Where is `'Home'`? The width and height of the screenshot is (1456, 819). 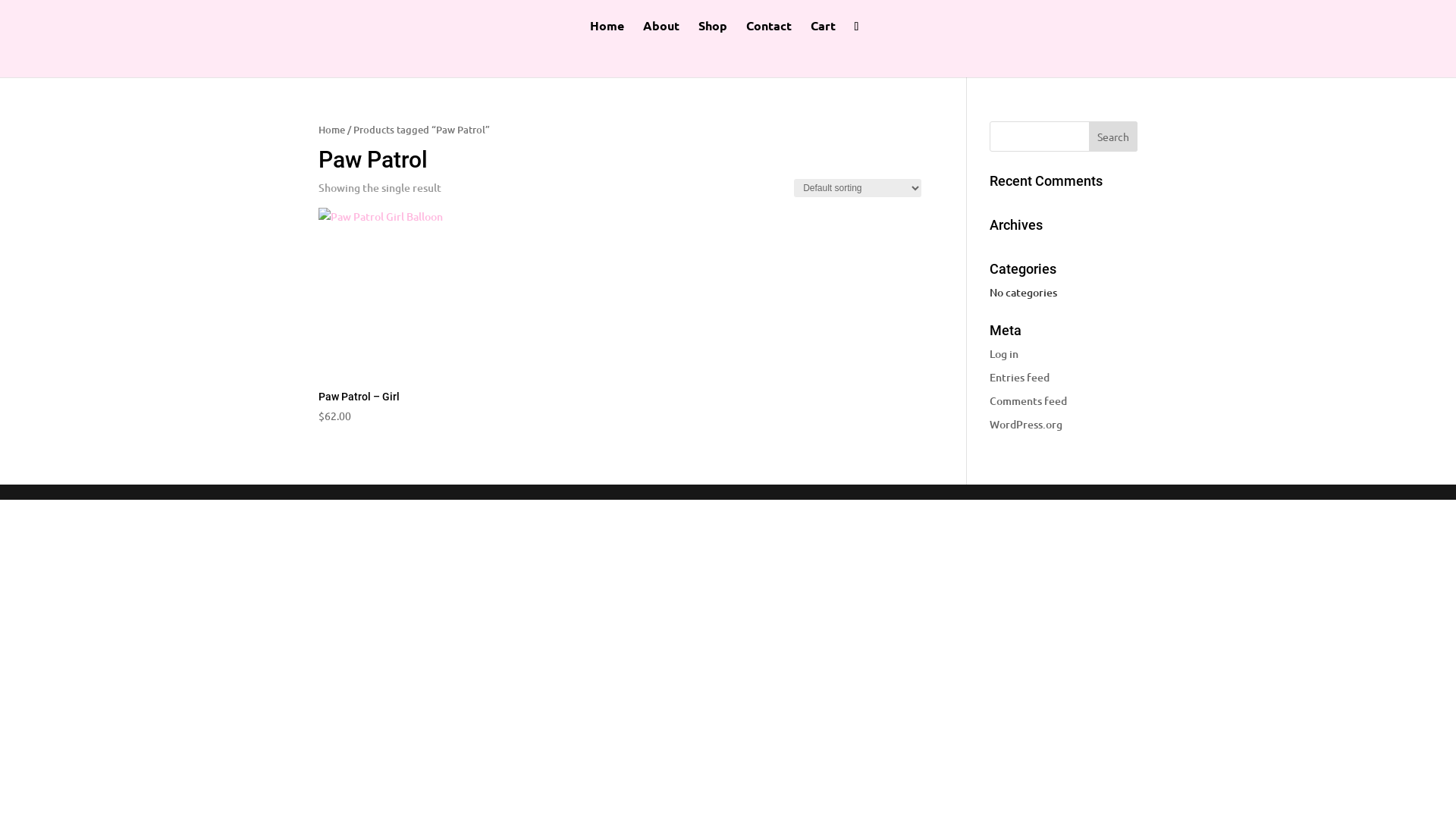
'Home' is located at coordinates (607, 34).